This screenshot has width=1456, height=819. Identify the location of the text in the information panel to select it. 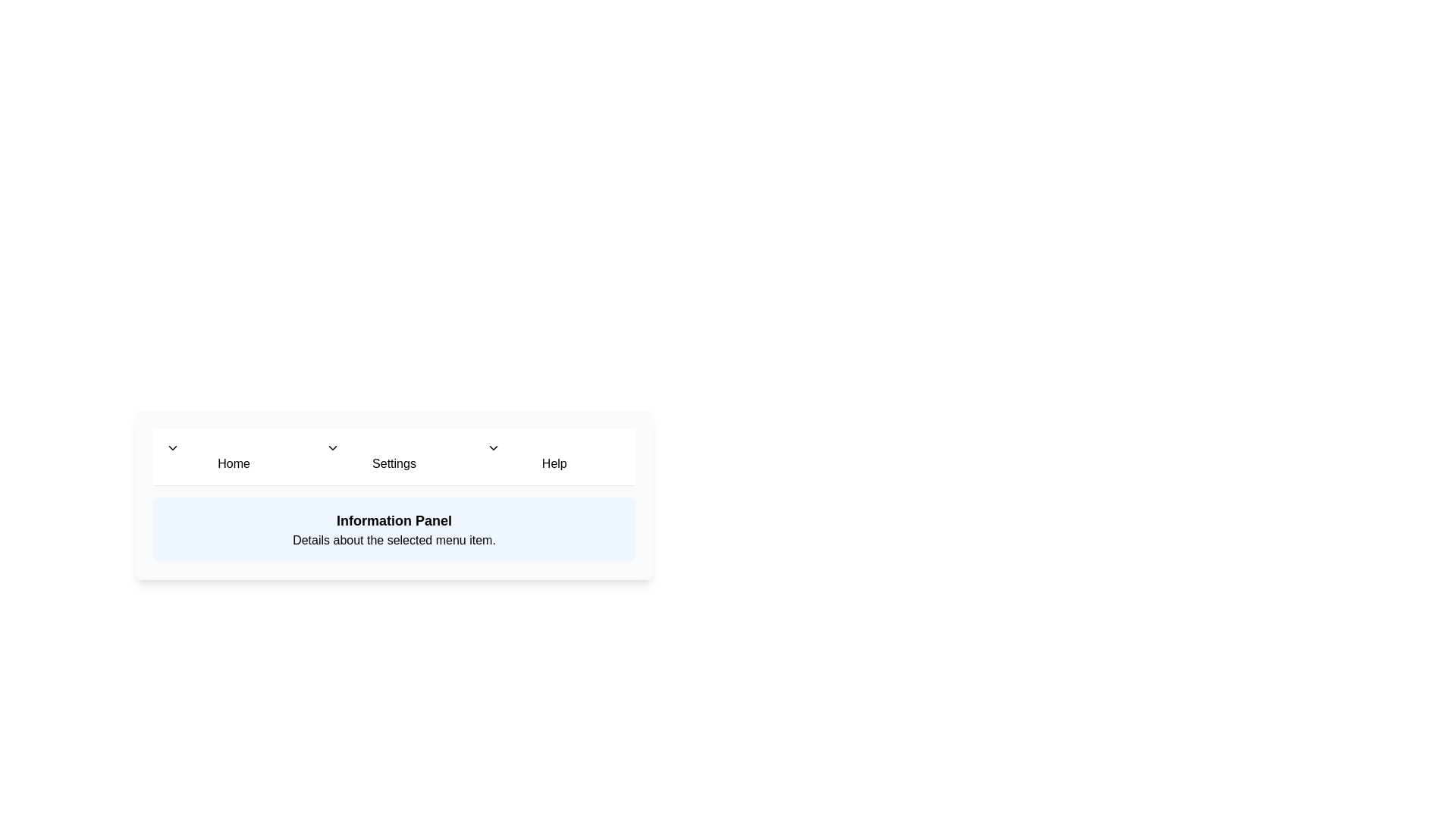
(394, 529).